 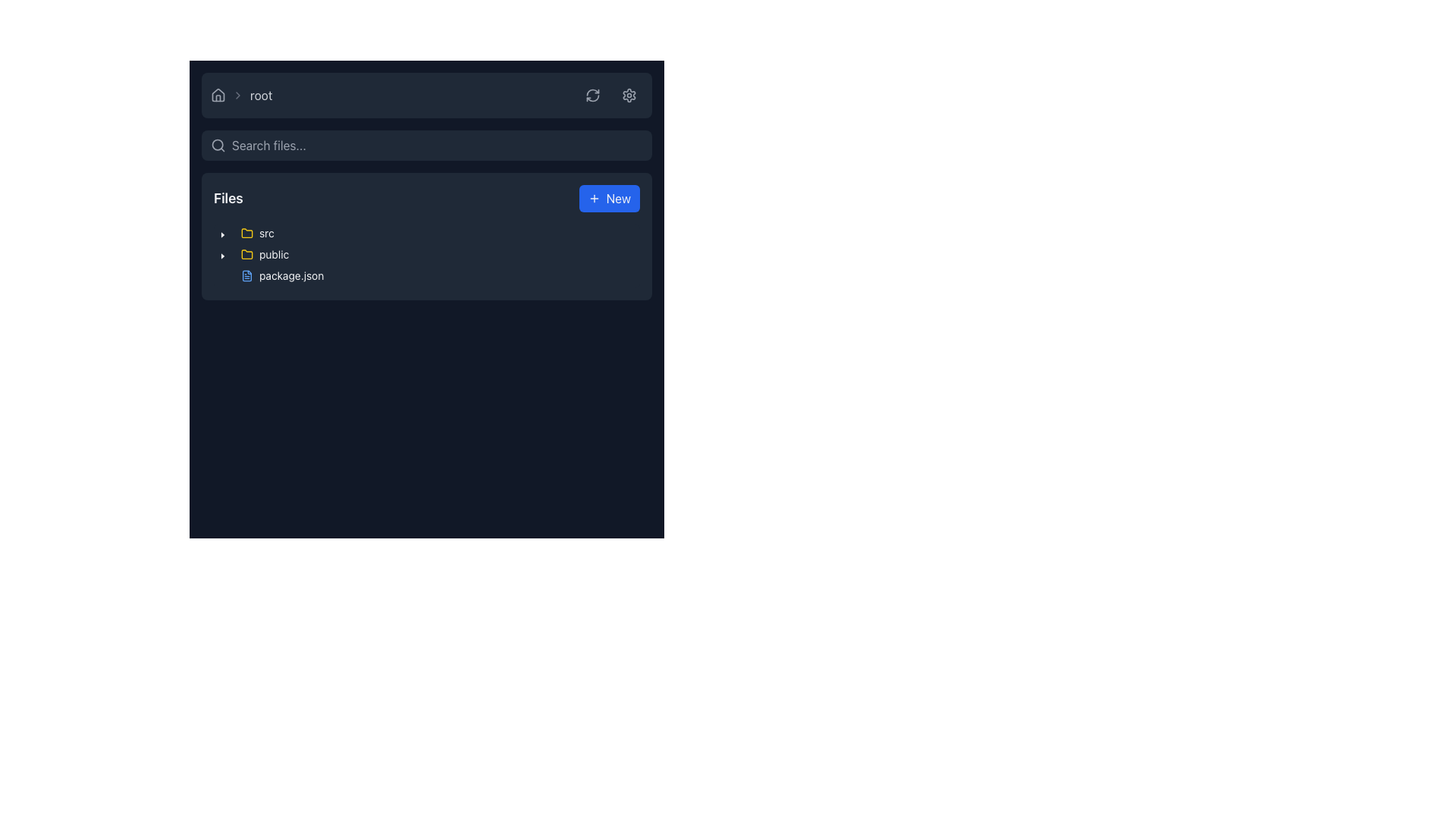 What do you see at coordinates (218, 146) in the screenshot?
I see `the gray magnifying glass icon located to the left of the search input field` at bounding box center [218, 146].